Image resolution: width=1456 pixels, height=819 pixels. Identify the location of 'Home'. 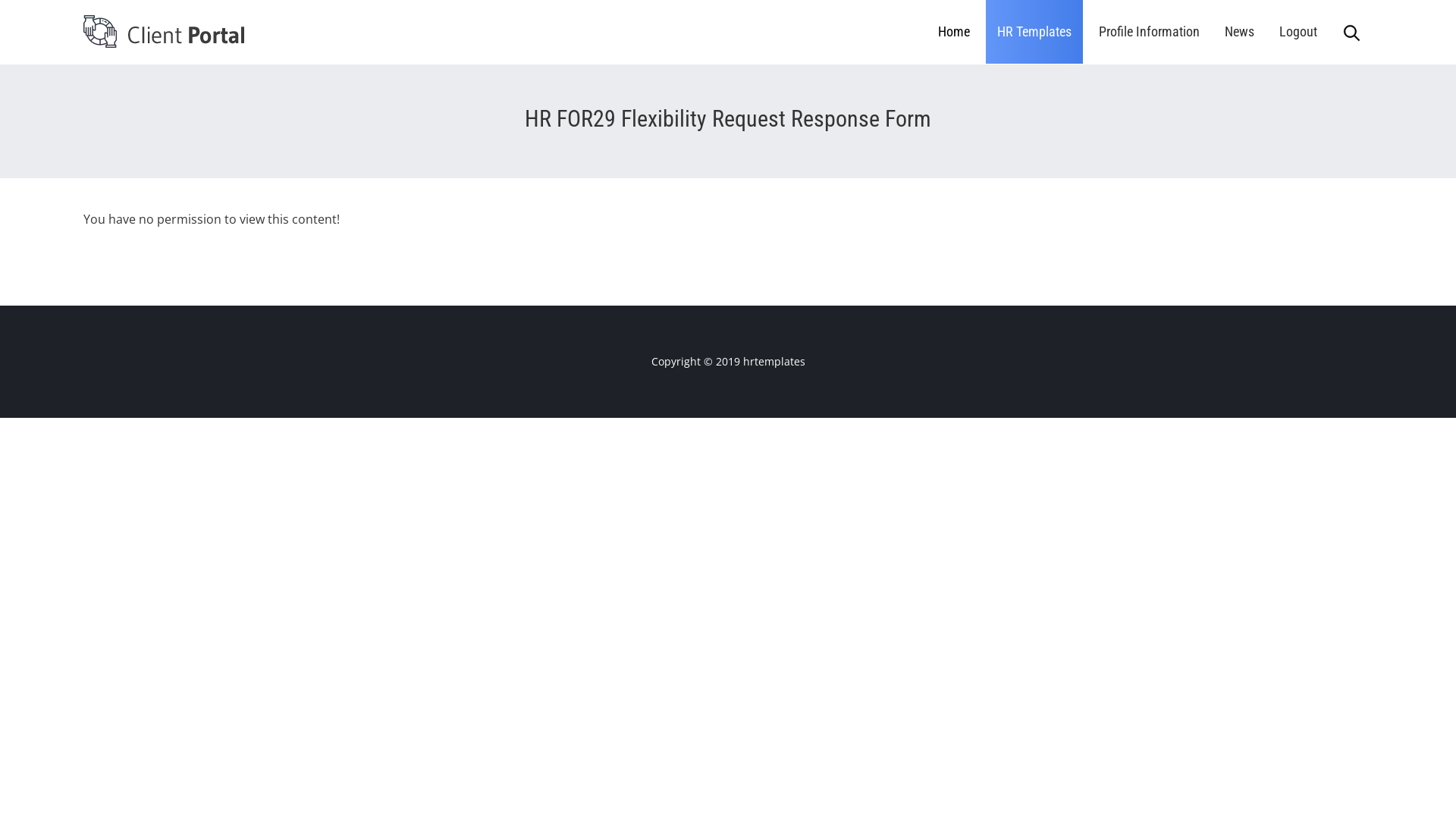
(952, 32).